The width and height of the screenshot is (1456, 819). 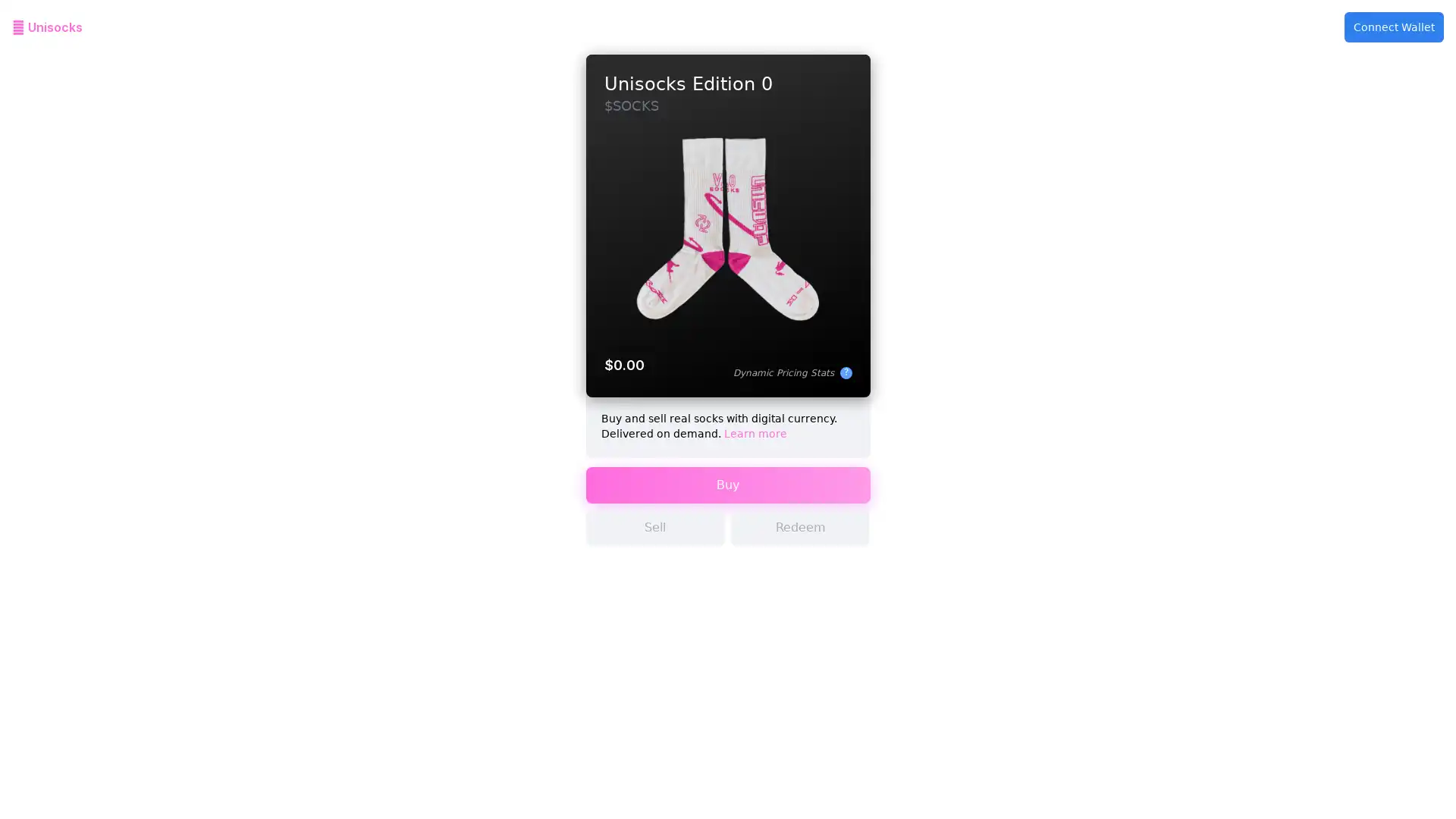 What do you see at coordinates (726, 497) in the screenshot?
I see `Buy` at bounding box center [726, 497].